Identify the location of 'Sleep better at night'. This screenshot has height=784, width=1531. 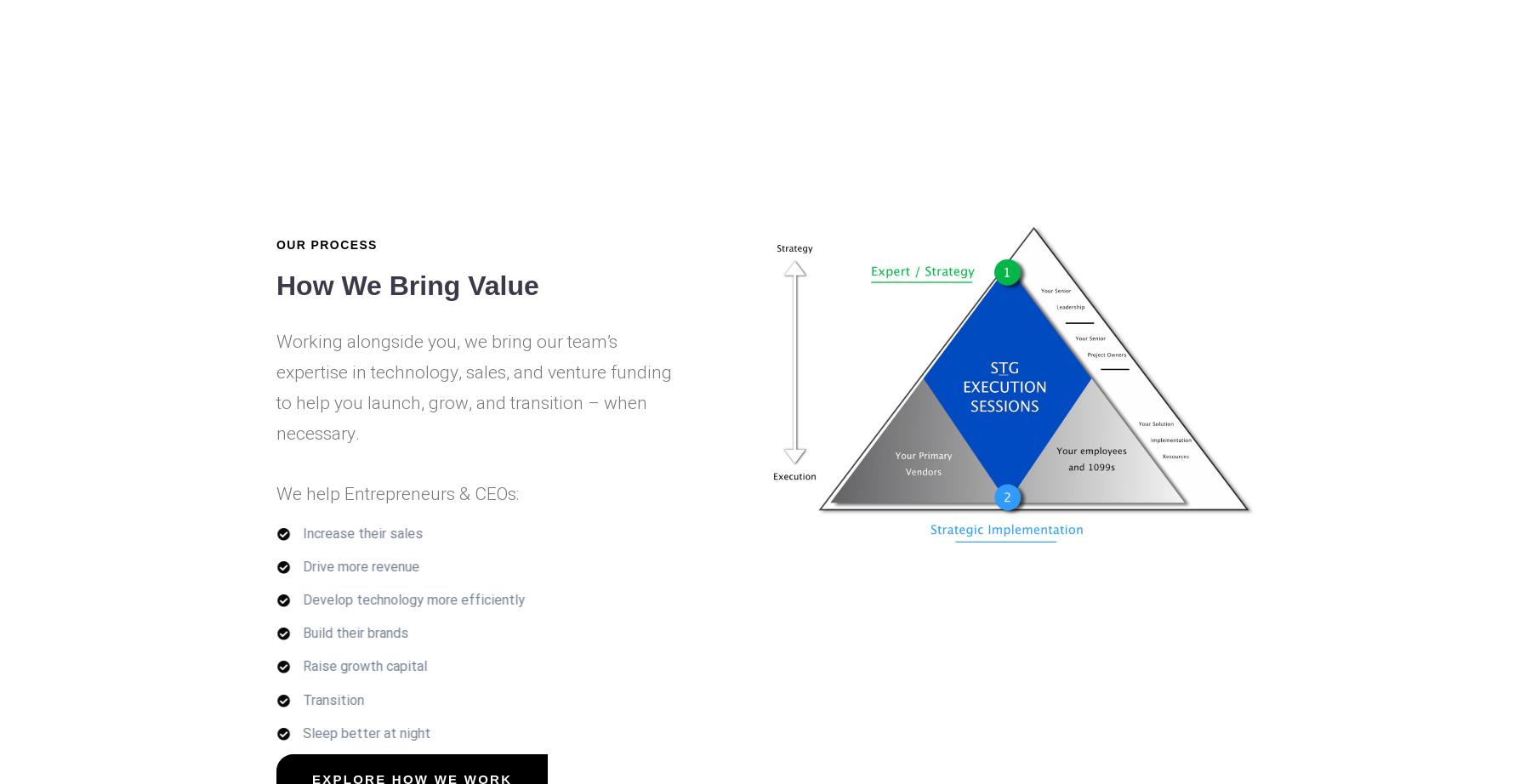
(366, 731).